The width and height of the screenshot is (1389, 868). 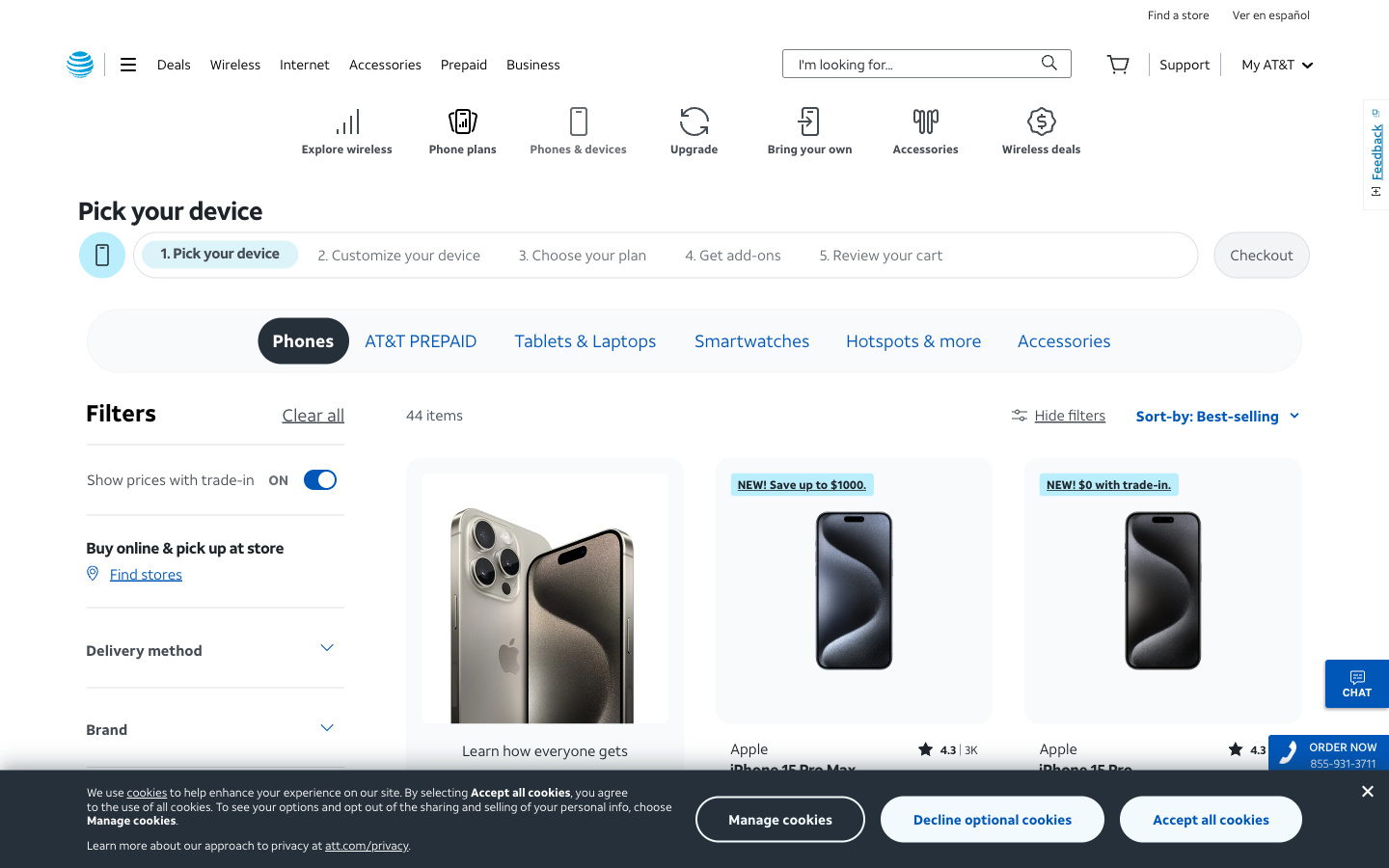 What do you see at coordinates (1184, 63) in the screenshot?
I see `the support section` at bounding box center [1184, 63].